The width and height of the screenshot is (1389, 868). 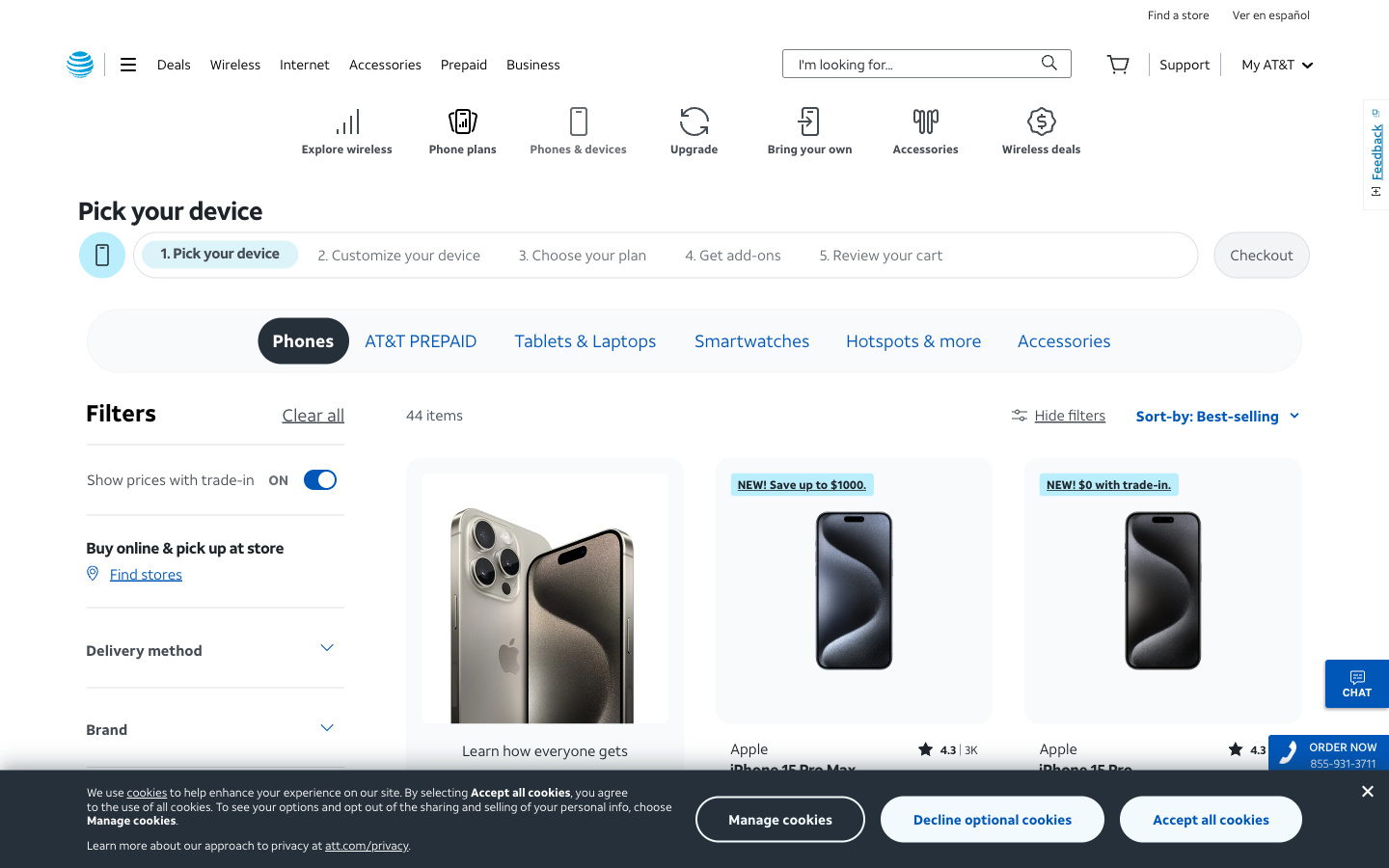 What do you see at coordinates (1184, 63) in the screenshot?
I see `the support section` at bounding box center [1184, 63].